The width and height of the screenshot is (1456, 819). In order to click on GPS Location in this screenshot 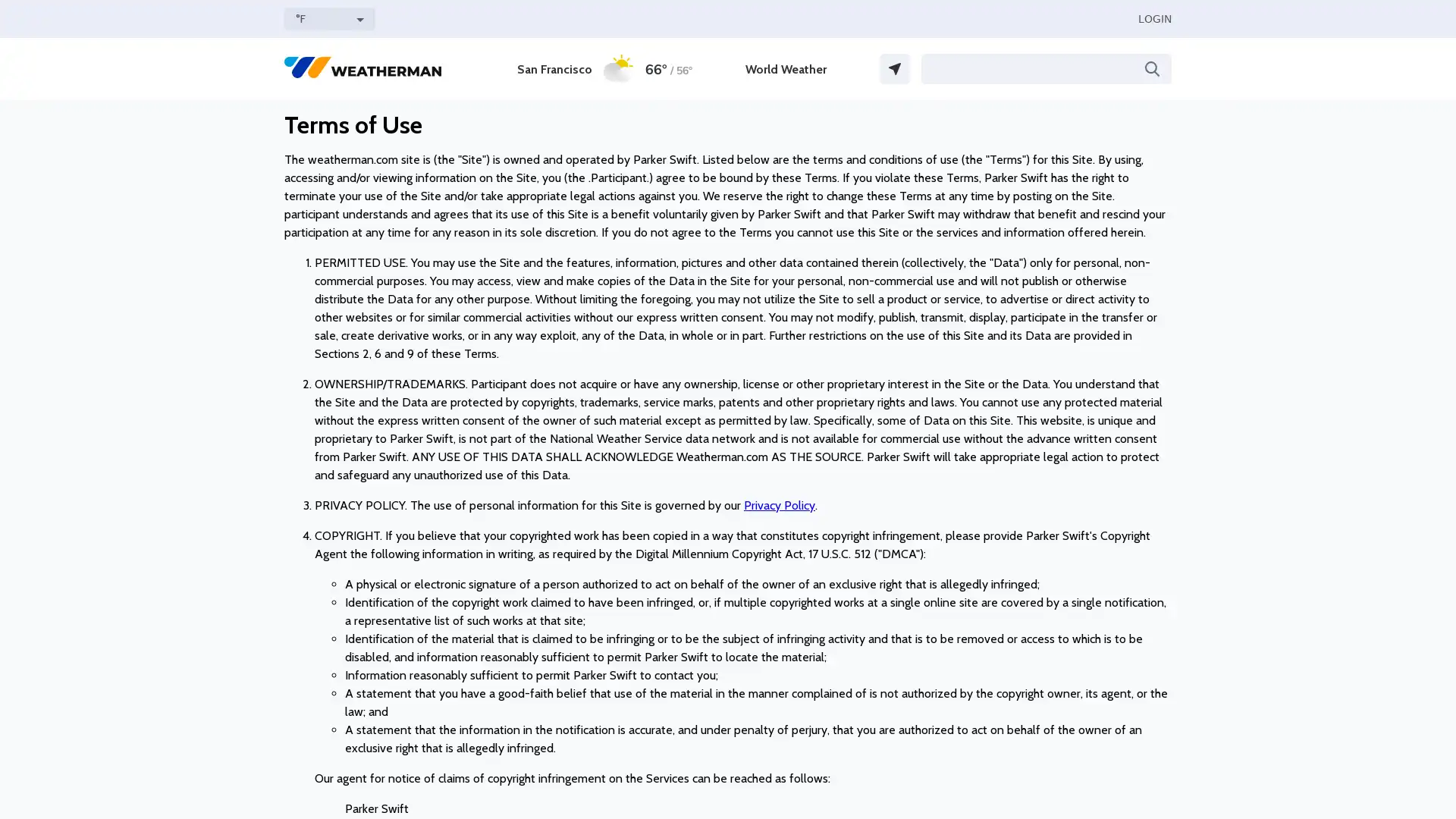, I will do `click(895, 69)`.